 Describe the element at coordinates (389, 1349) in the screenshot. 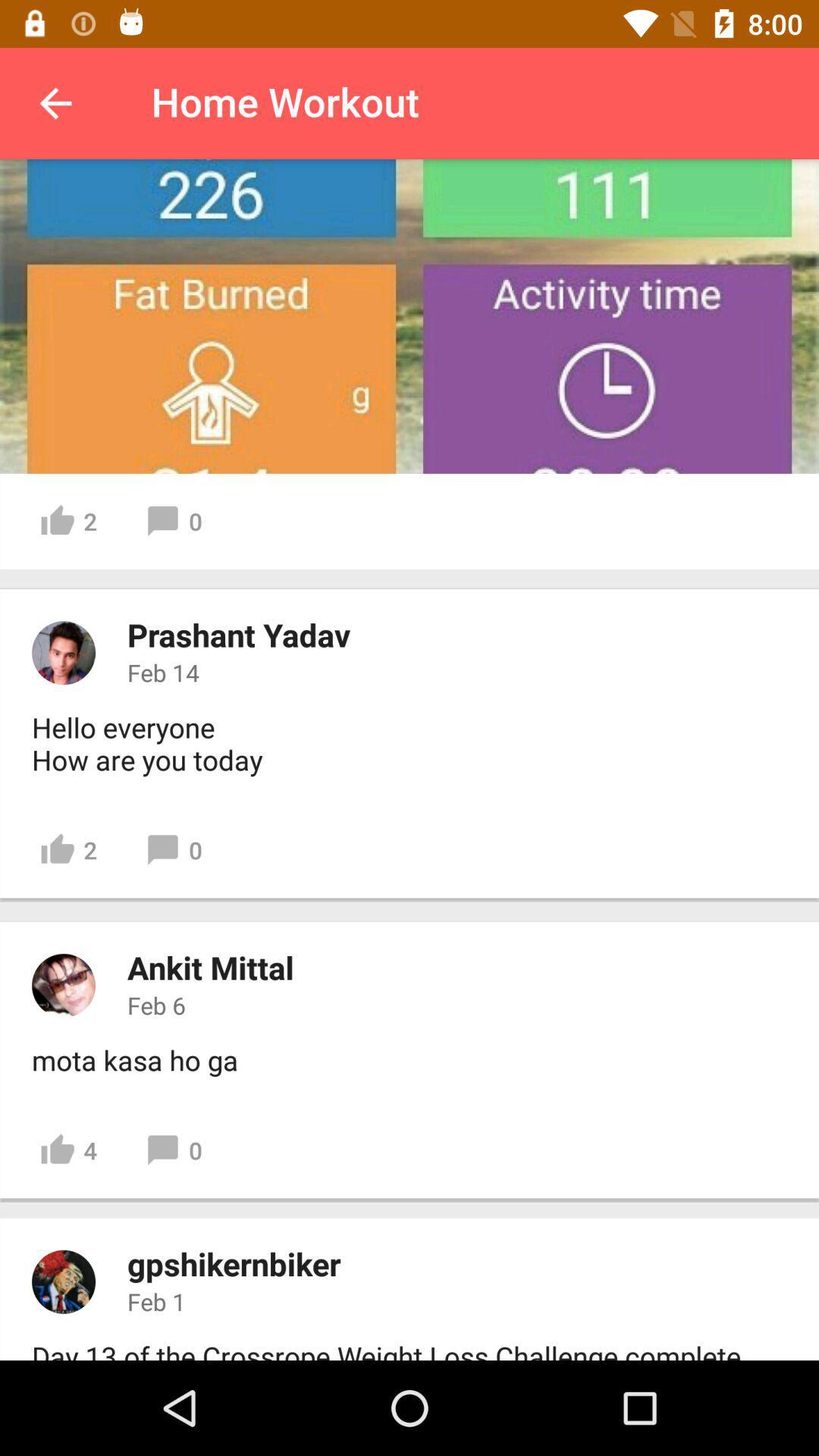

I see `icon below feb 1` at that location.